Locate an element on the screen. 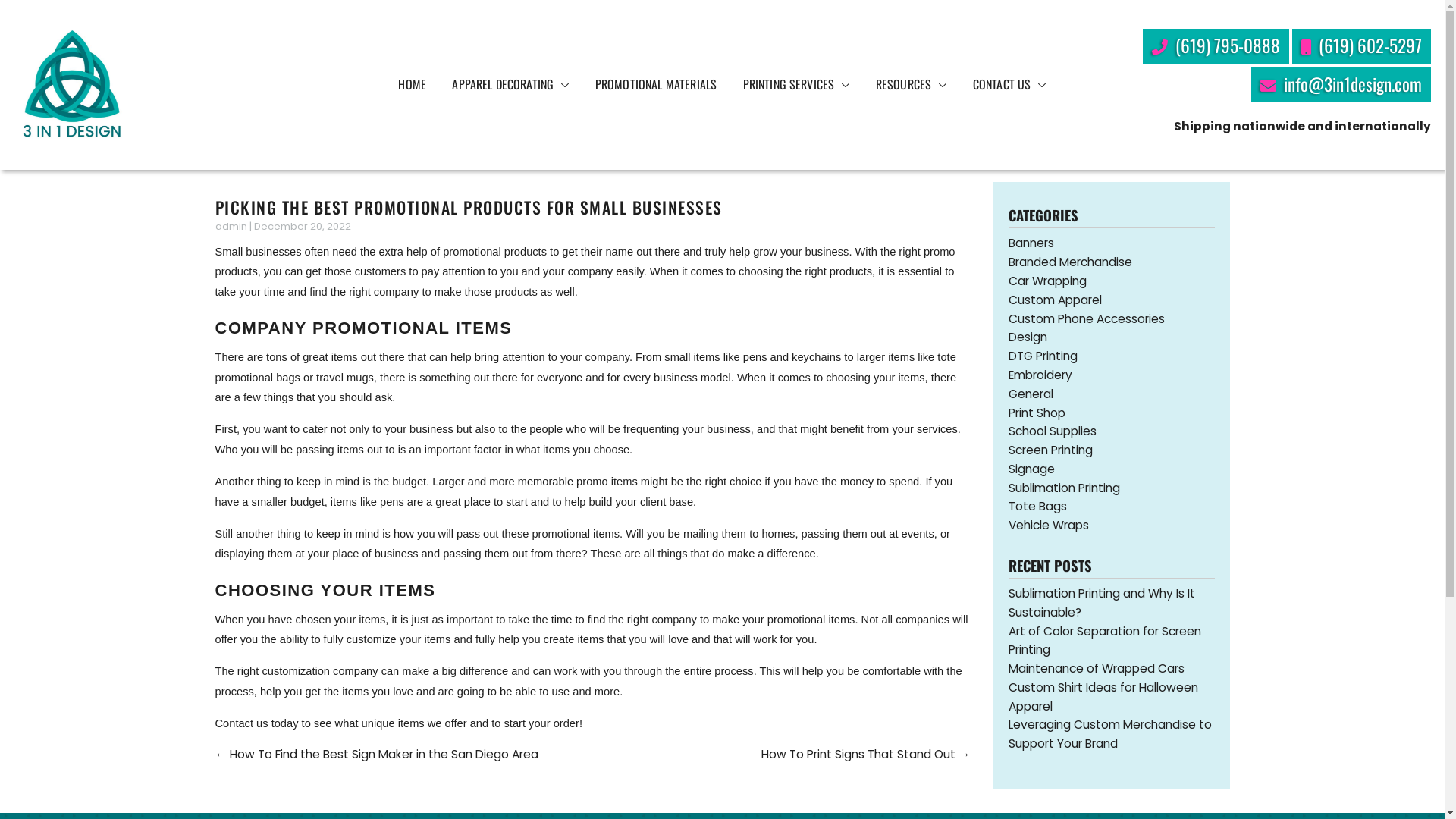 This screenshot has height=819, width=1456. 'info@3in1design.com' is located at coordinates (1341, 84).